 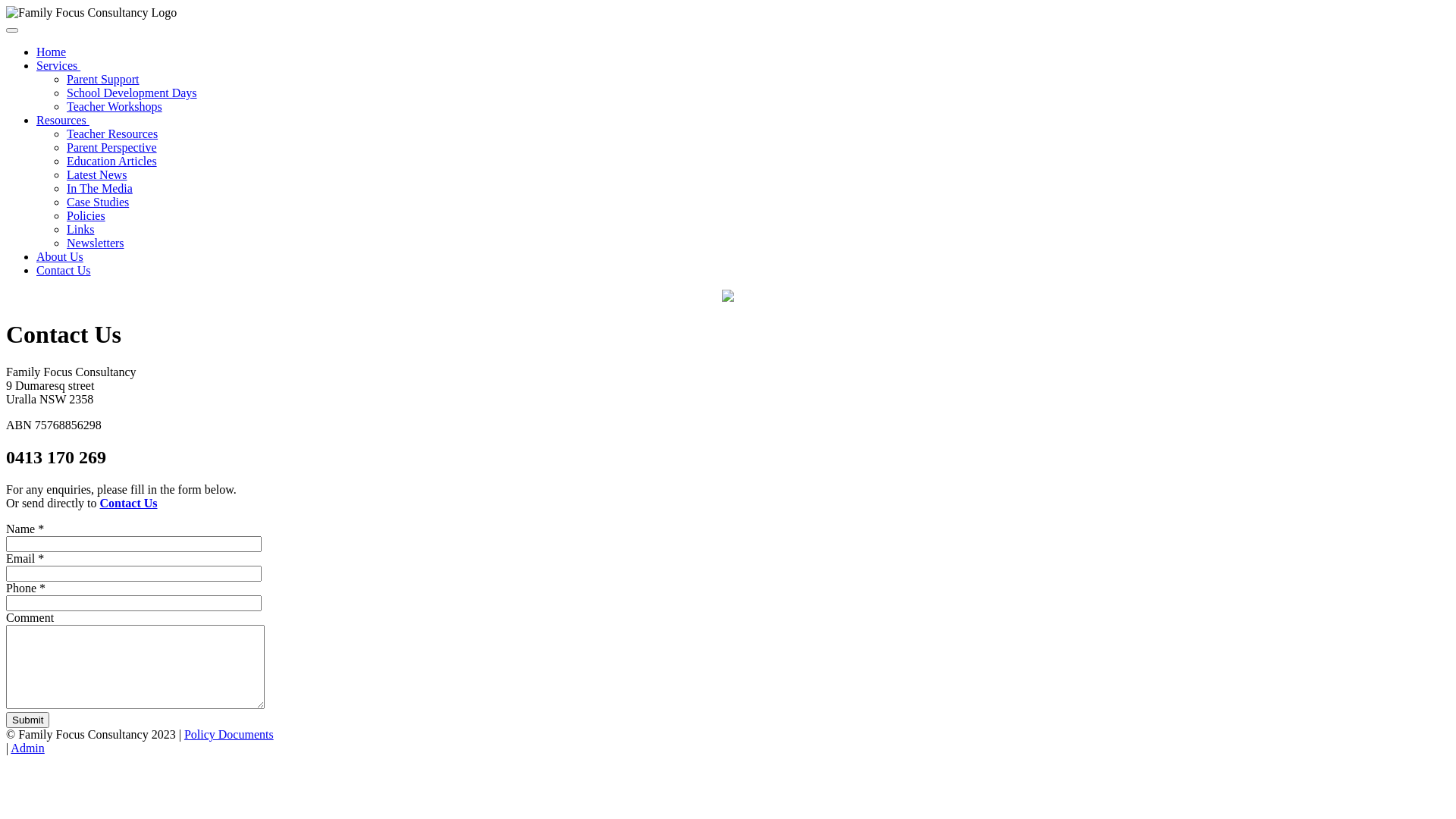 I want to click on 'Case Studies', so click(x=97, y=201).